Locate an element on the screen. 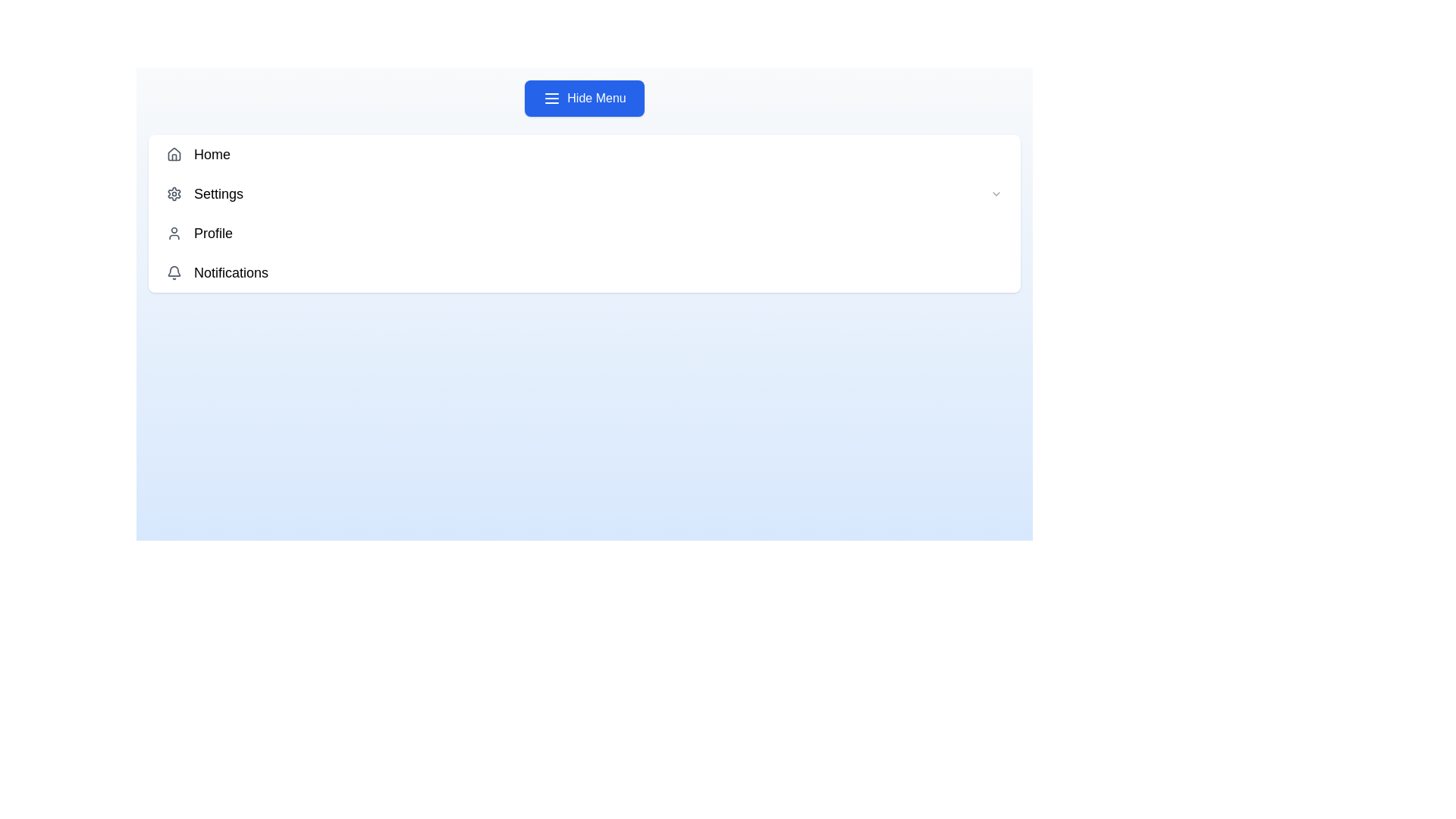  the 'Hide Menu' text label which is styled with a blue rectangular background and white centered text, located at the top-center region of the interface is located at coordinates (596, 99).